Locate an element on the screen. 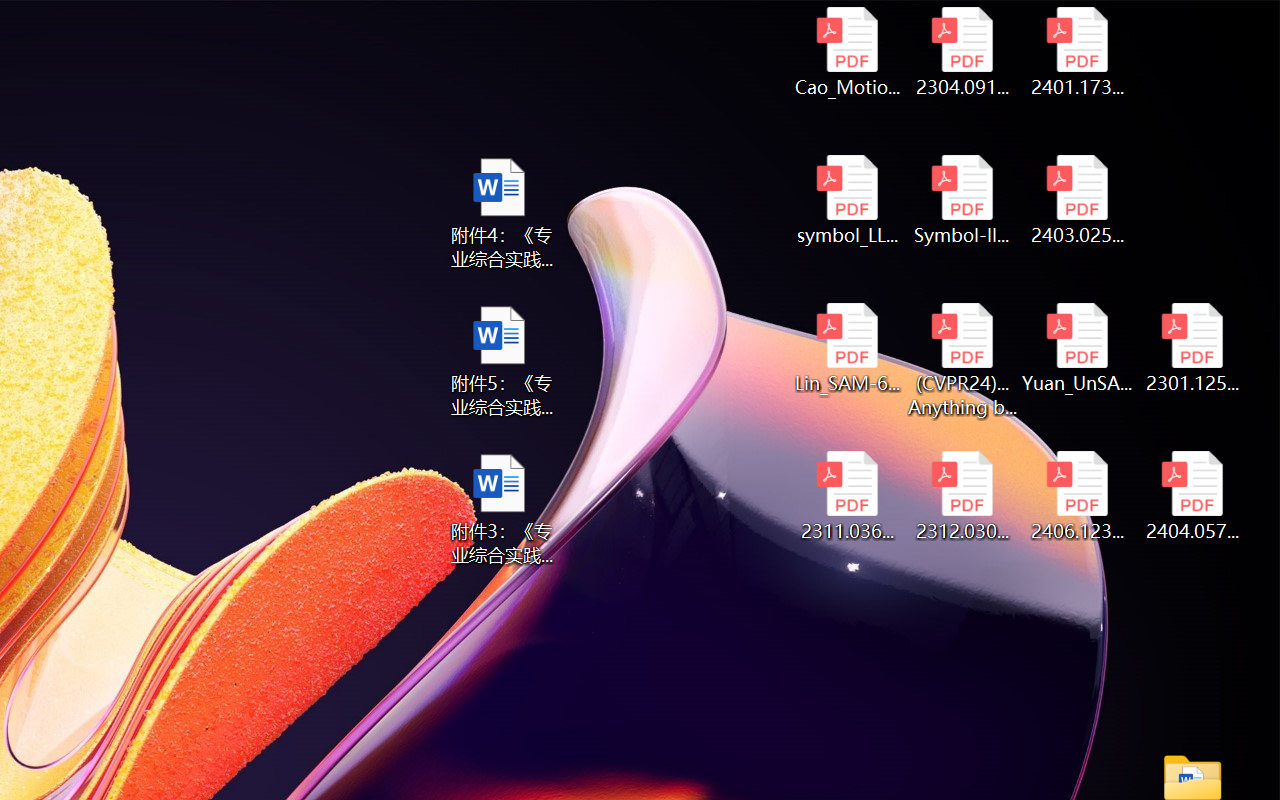 This screenshot has width=1280, height=800. 'symbol_LLM.pdf' is located at coordinates (847, 200).